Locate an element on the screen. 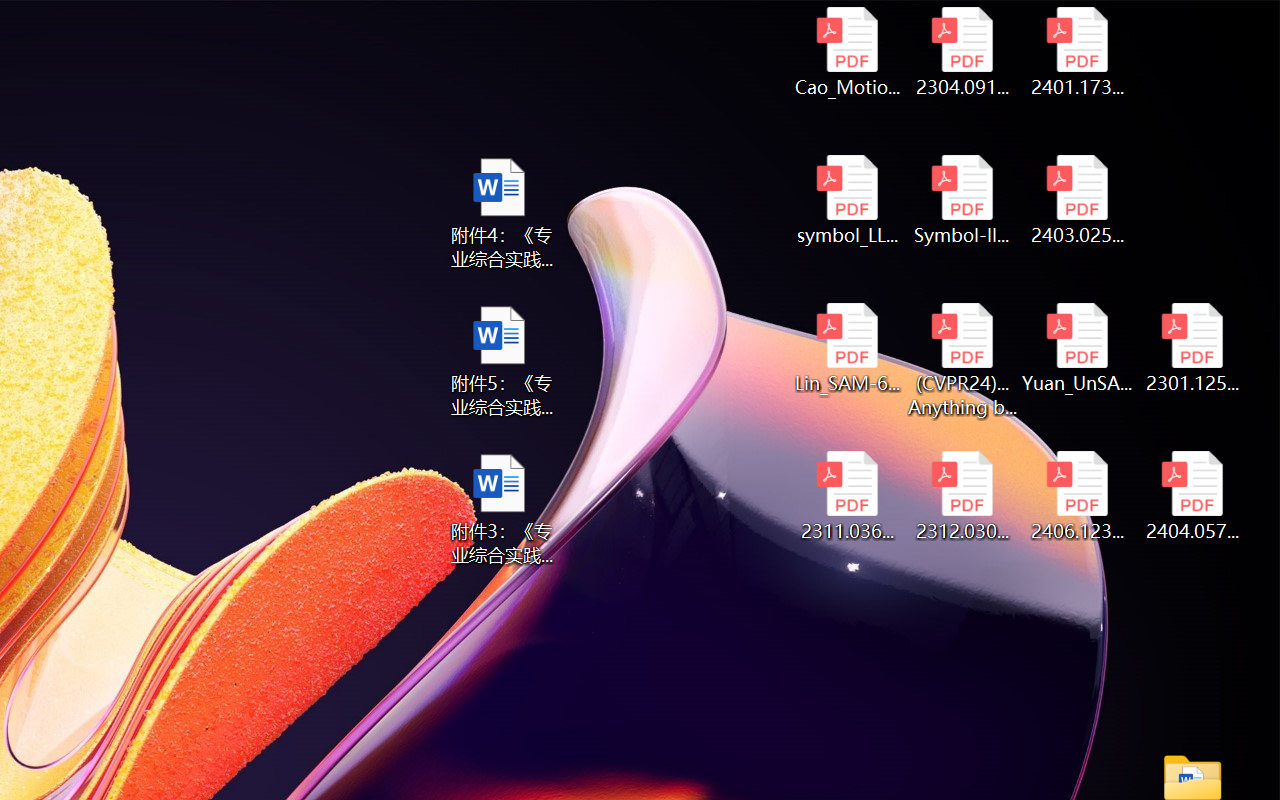 This screenshot has width=1280, height=800. 'symbol_LLM.pdf' is located at coordinates (847, 200).